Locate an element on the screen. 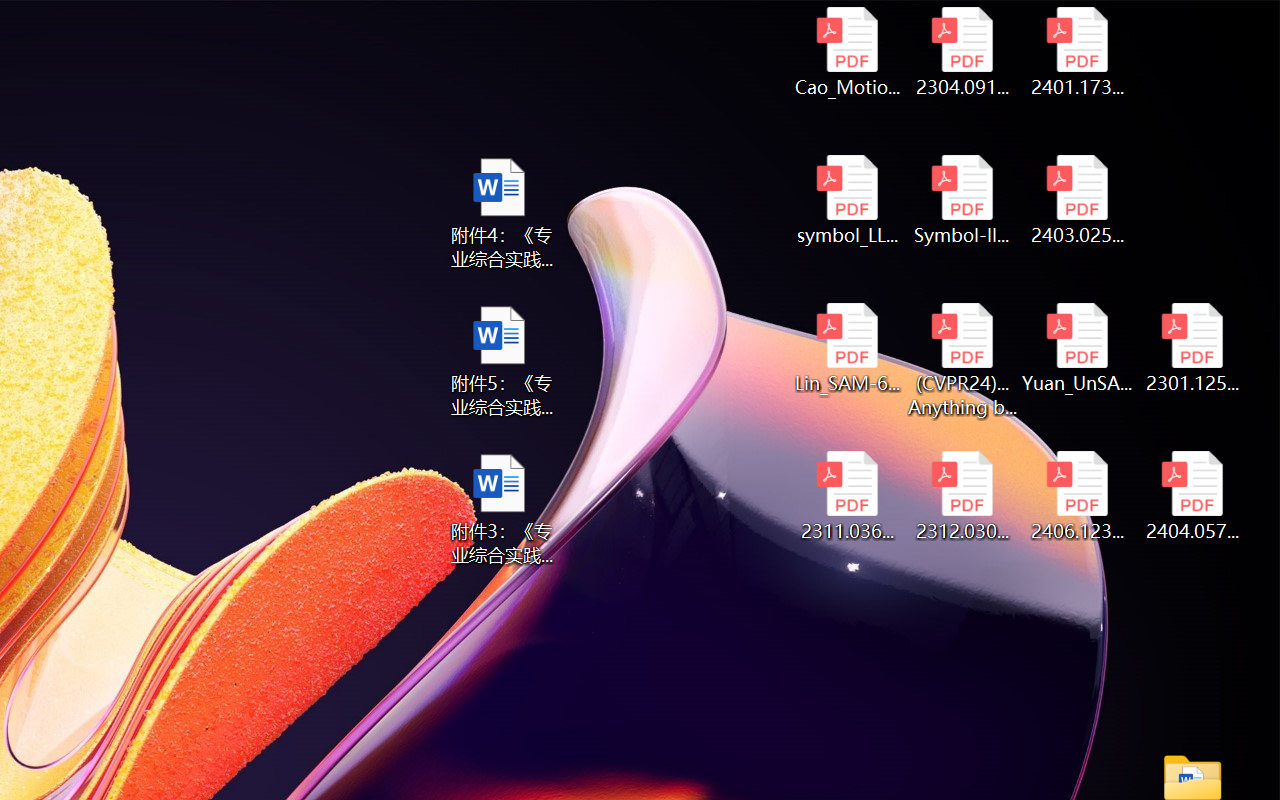 This screenshot has width=1280, height=800. 'symbol_LLM.pdf' is located at coordinates (847, 200).